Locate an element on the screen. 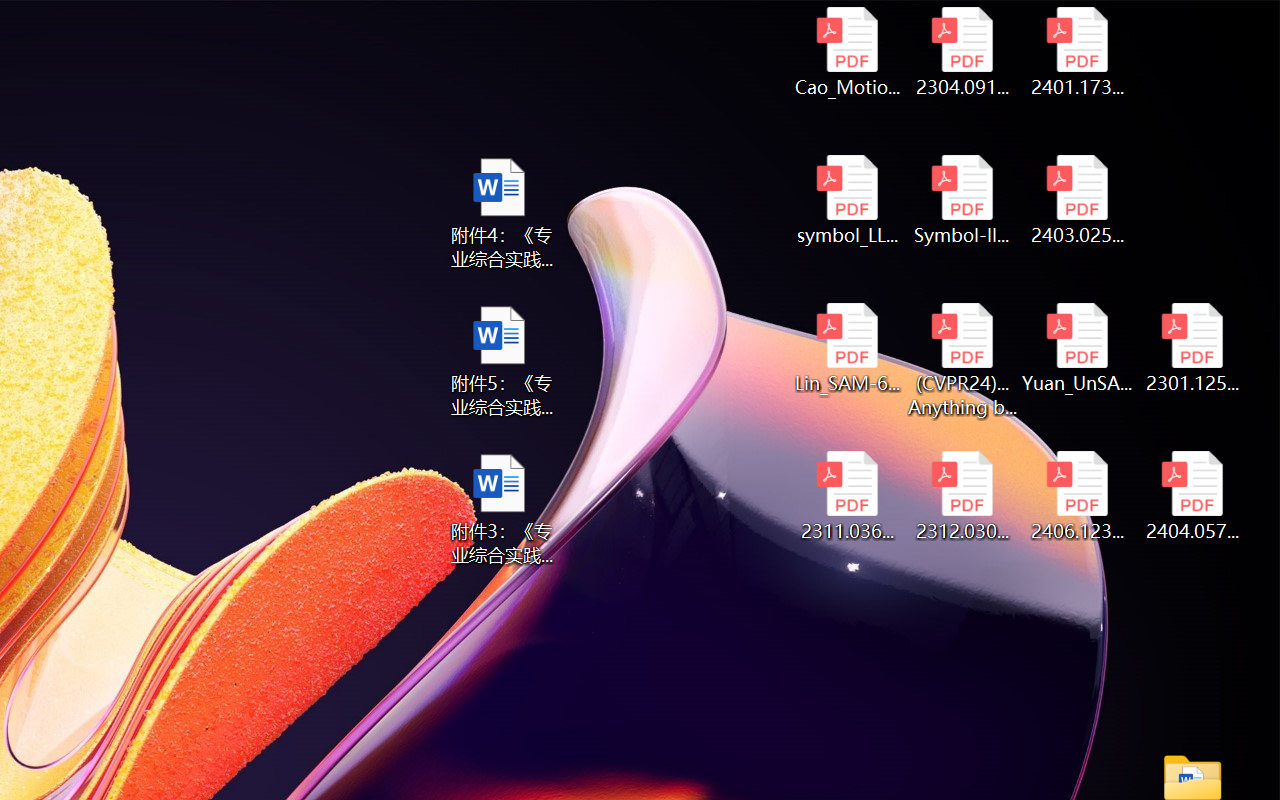 This screenshot has width=1280, height=800. 'symbol_LLM.pdf' is located at coordinates (847, 200).